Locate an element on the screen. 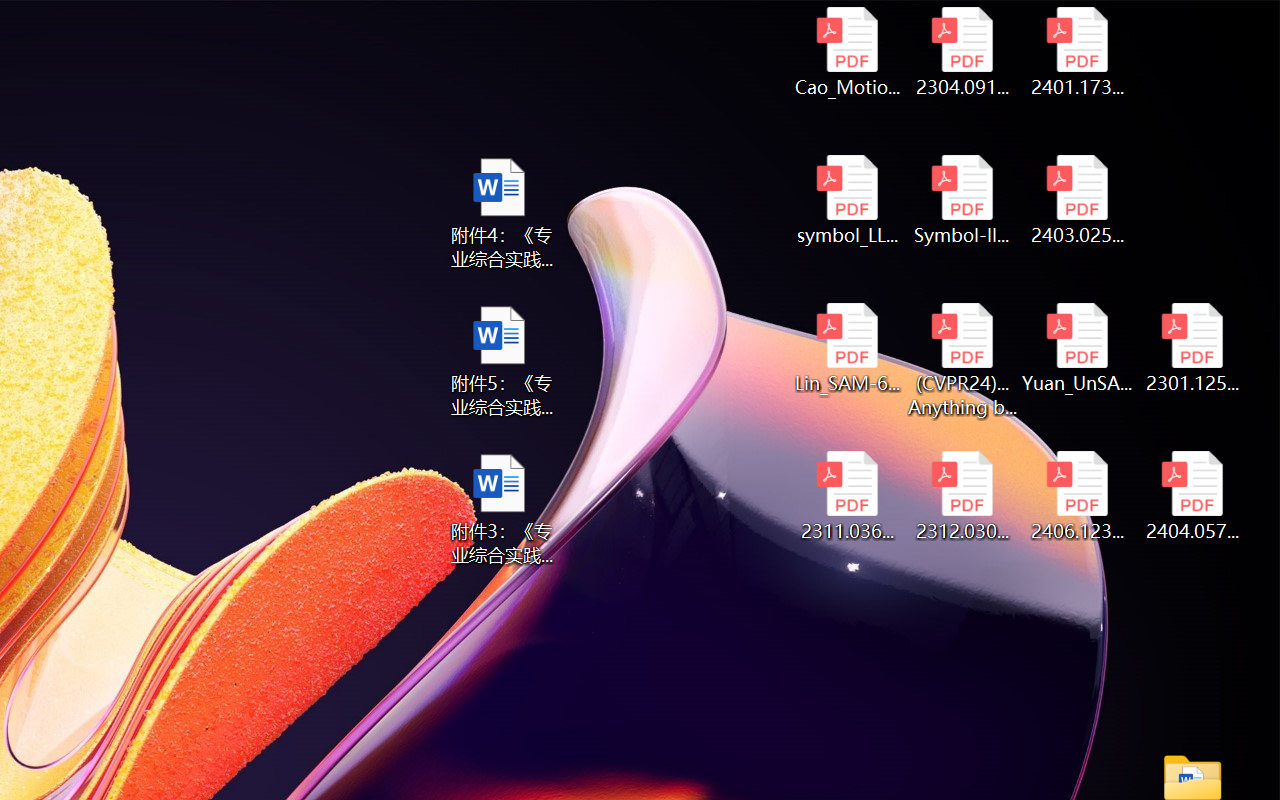 This screenshot has width=1280, height=800. 'symbol_LLM.pdf' is located at coordinates (847, 200).